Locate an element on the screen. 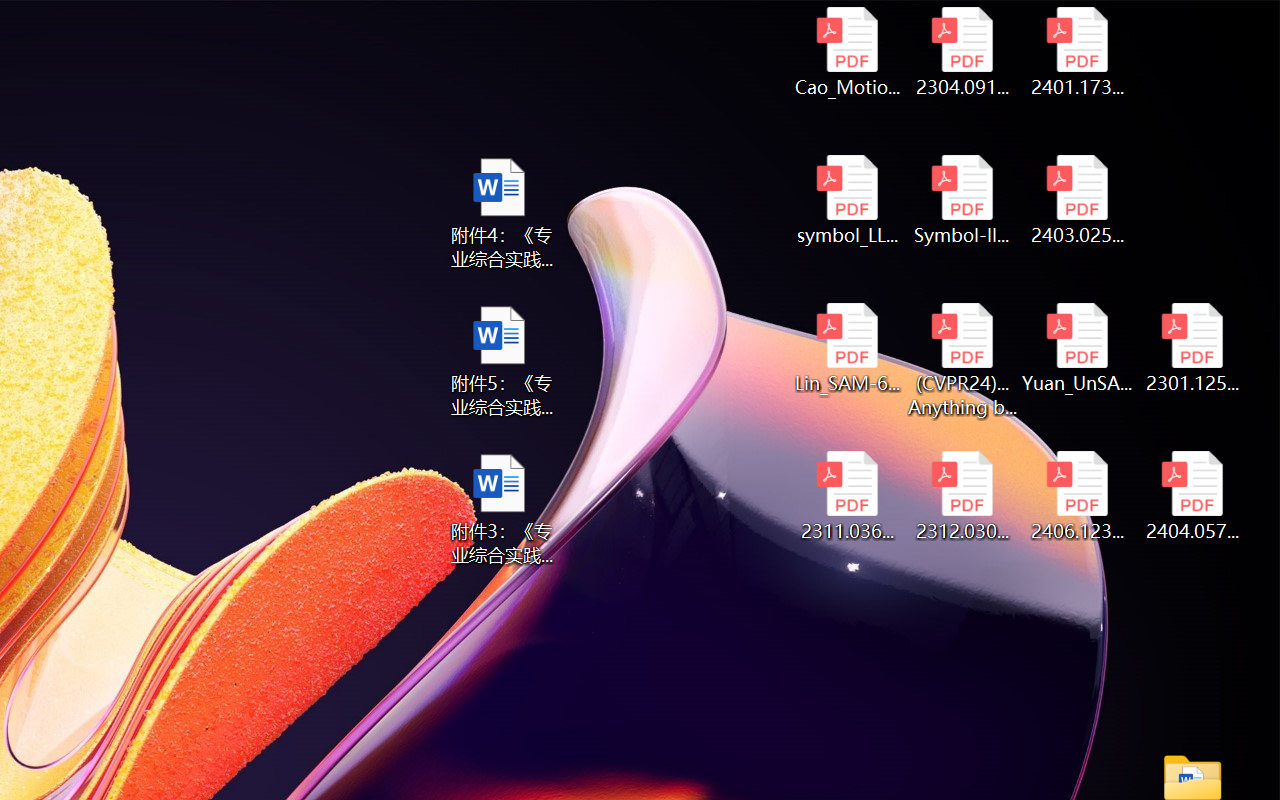 This screenshot has width=1280, height=800. 'symbol_LLM.pdf' is located at coordinates (847, 200).